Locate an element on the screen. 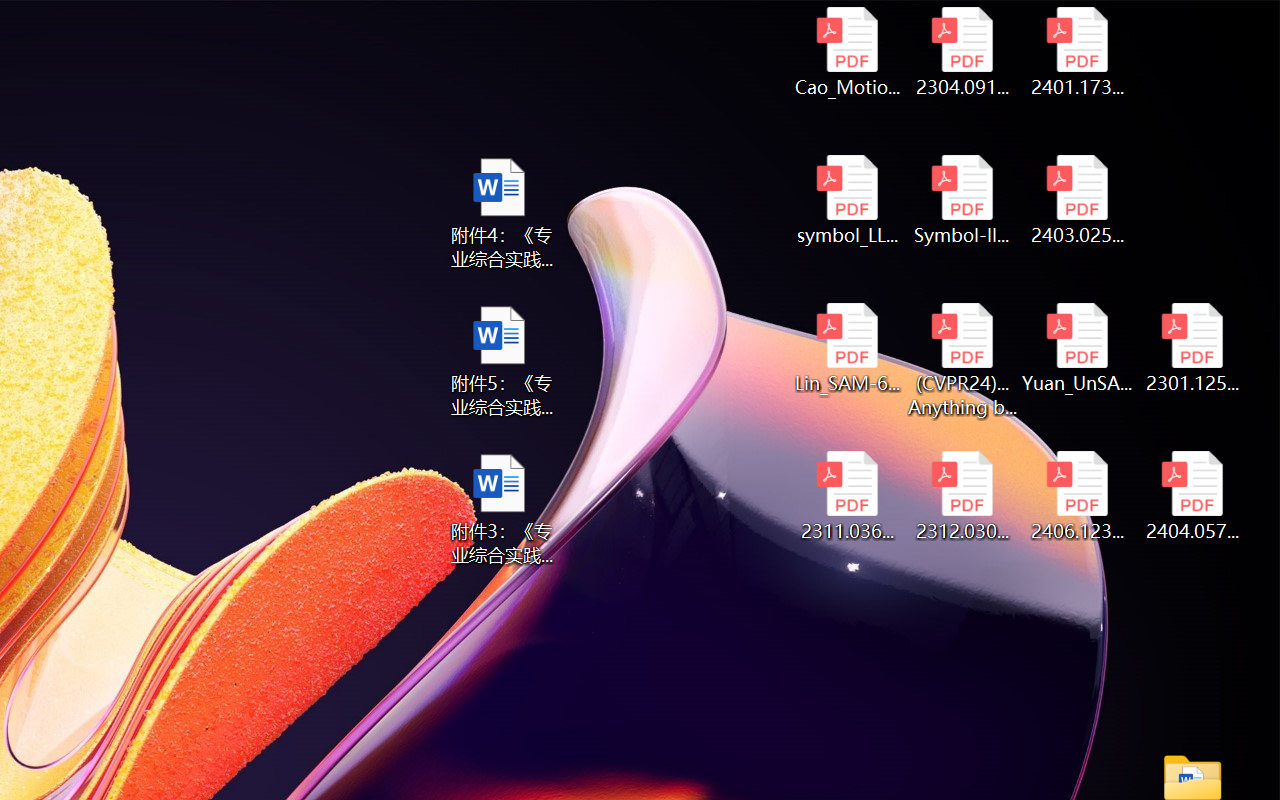 This screenshot has width=1280, height=800. 'symbol_LLM.pdf' is located at coordinates (847, 200).